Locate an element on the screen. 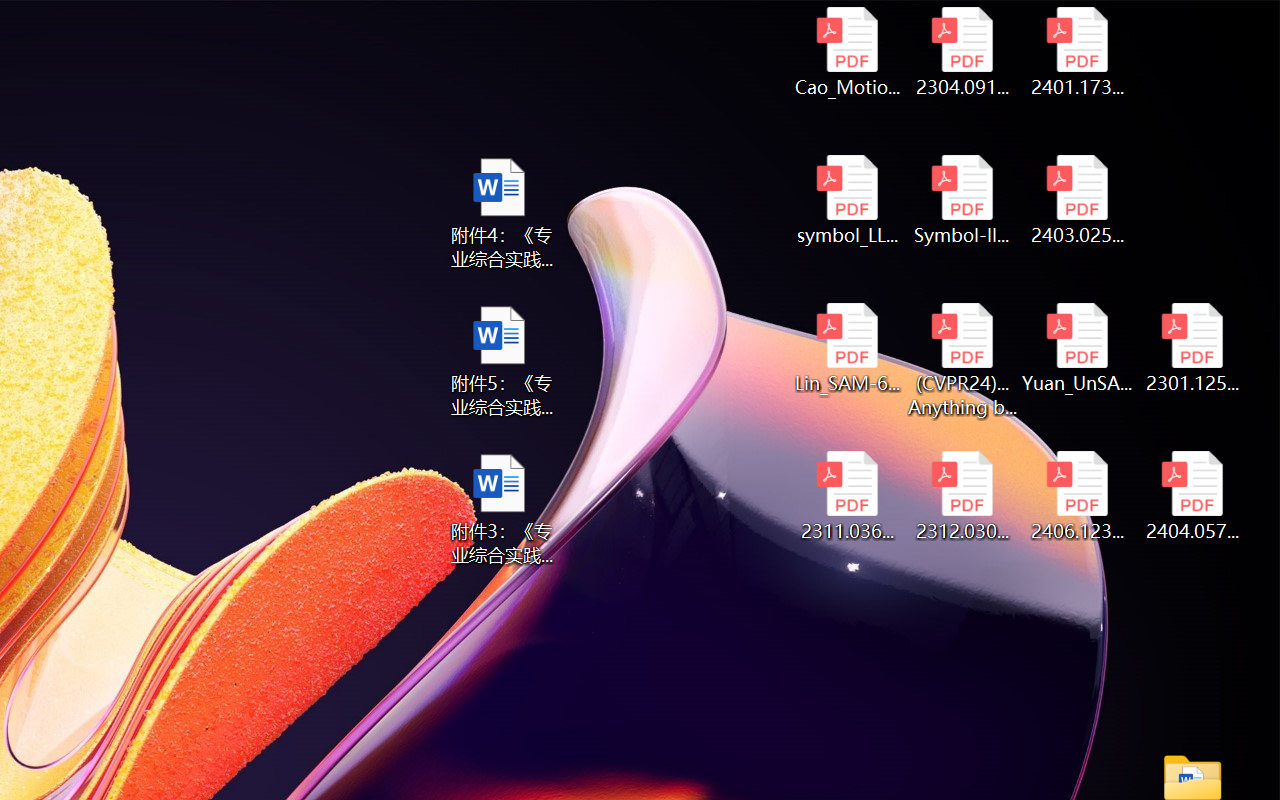 This screenshot has width=1280, height=800. 'symbol_LLM.pdf' is located at coordinates (847, 200).